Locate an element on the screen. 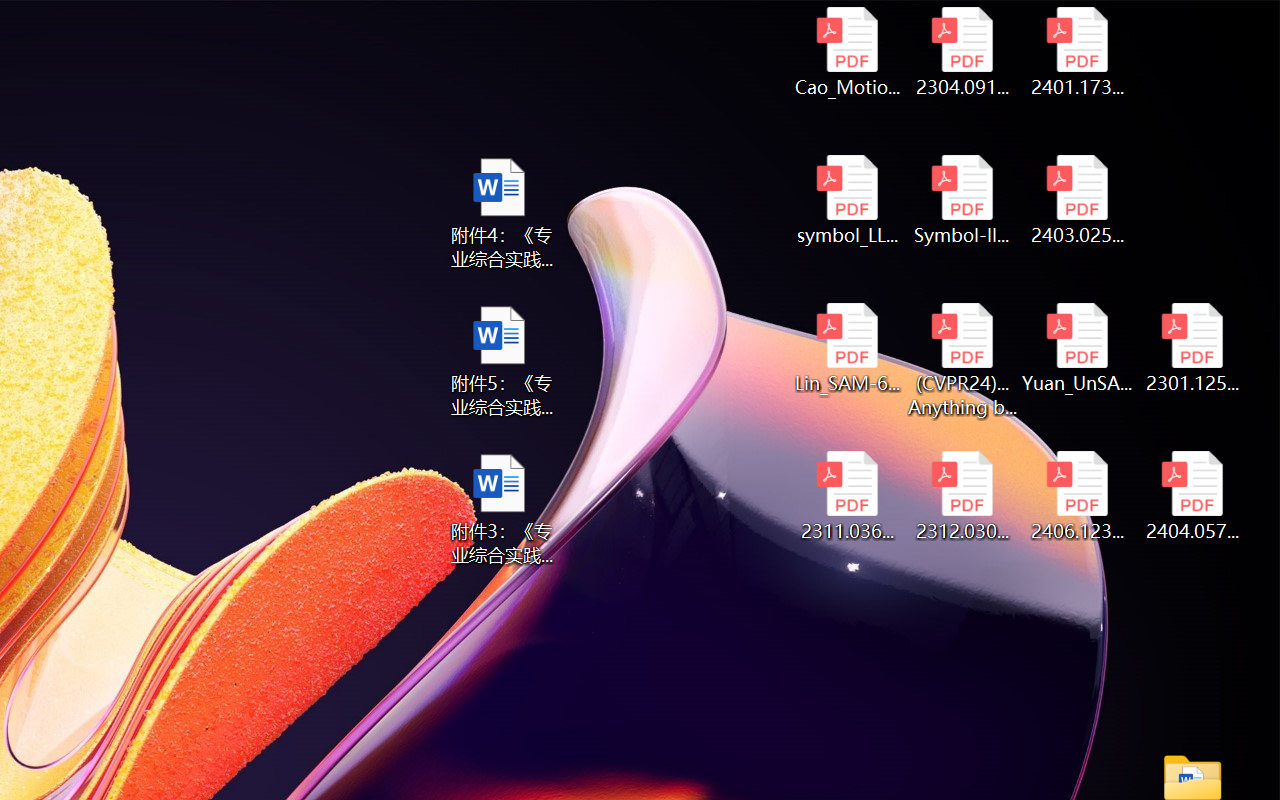 This screenshot has width=1280, height=800. 'symbol_LLM.pdf' is located at coordinates (847, 200).